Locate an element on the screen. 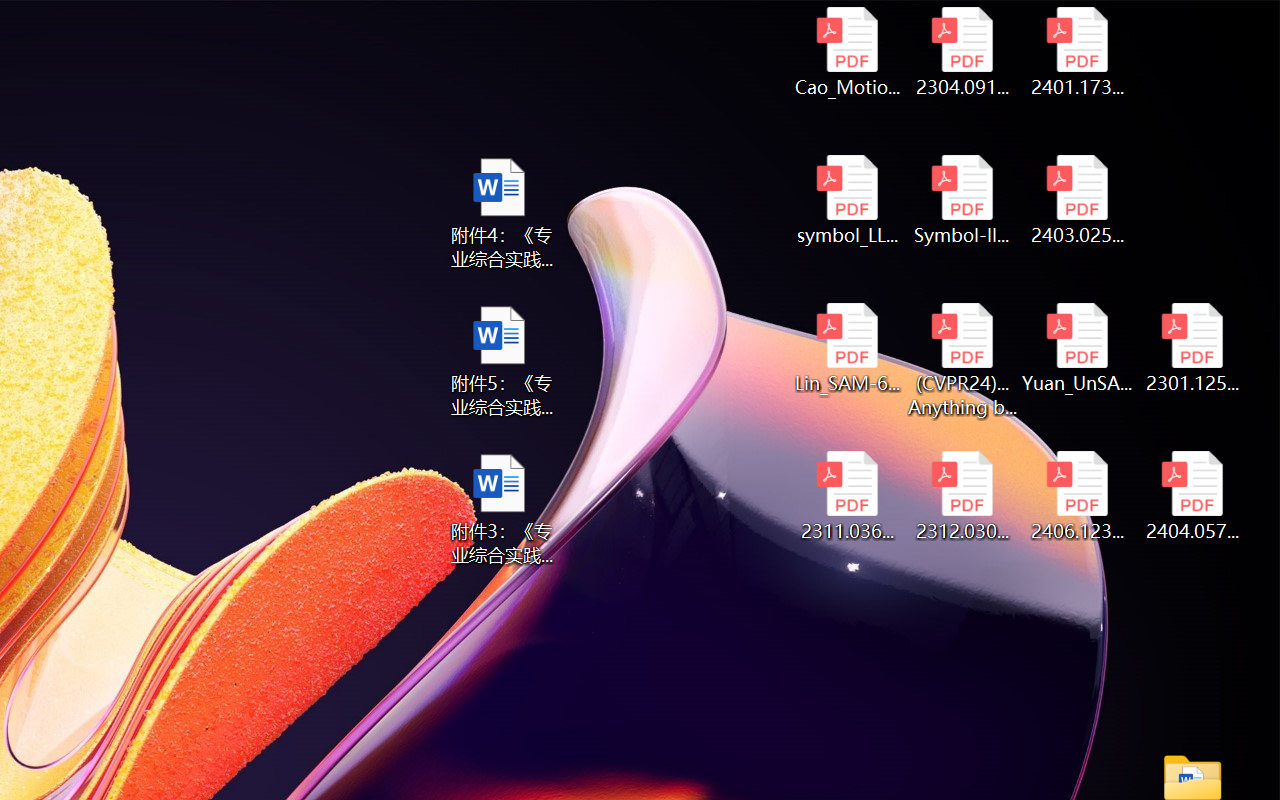 This screenshot has width=1280, height=800. 'symbol_LLM.pdf' is located at coordinates (847, 200).